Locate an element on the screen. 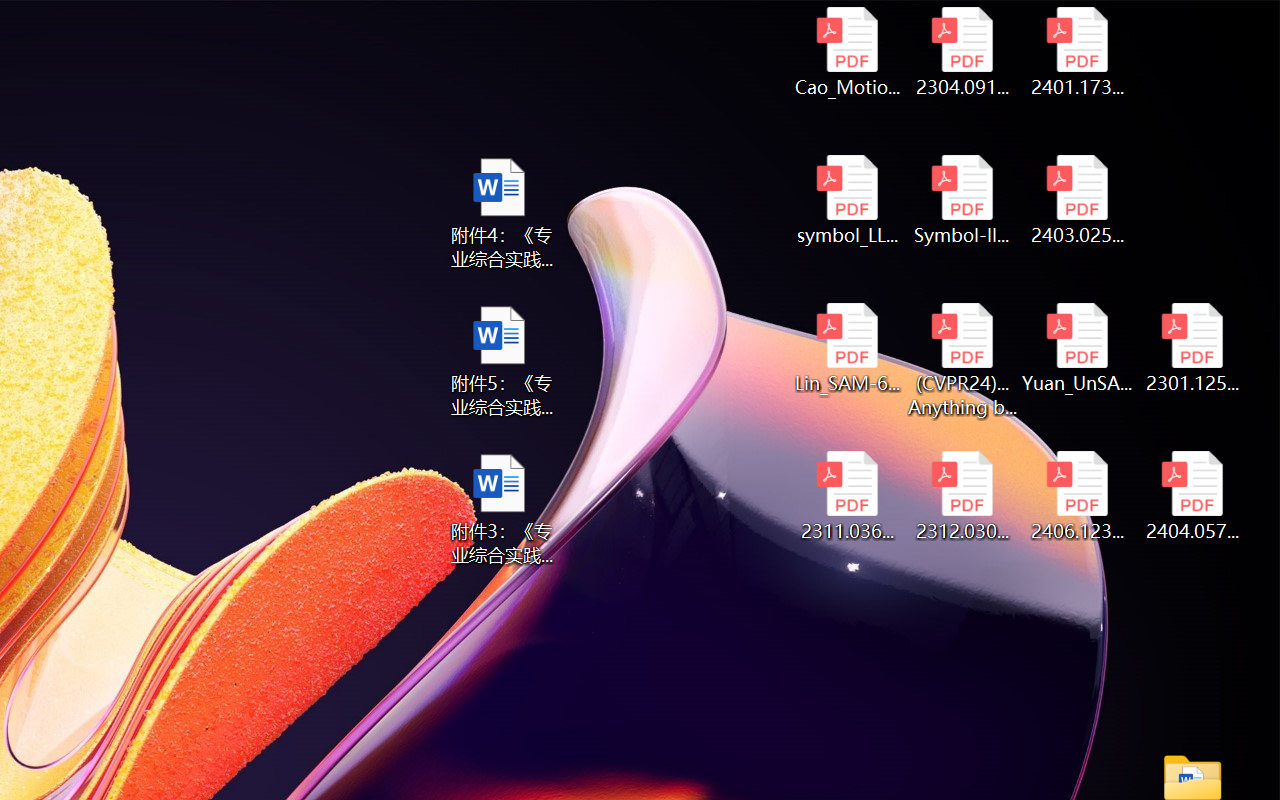 This screenshot has width=1280, height=800. 'symbol_LLM.pdf' is located at coordinates (847, 200).